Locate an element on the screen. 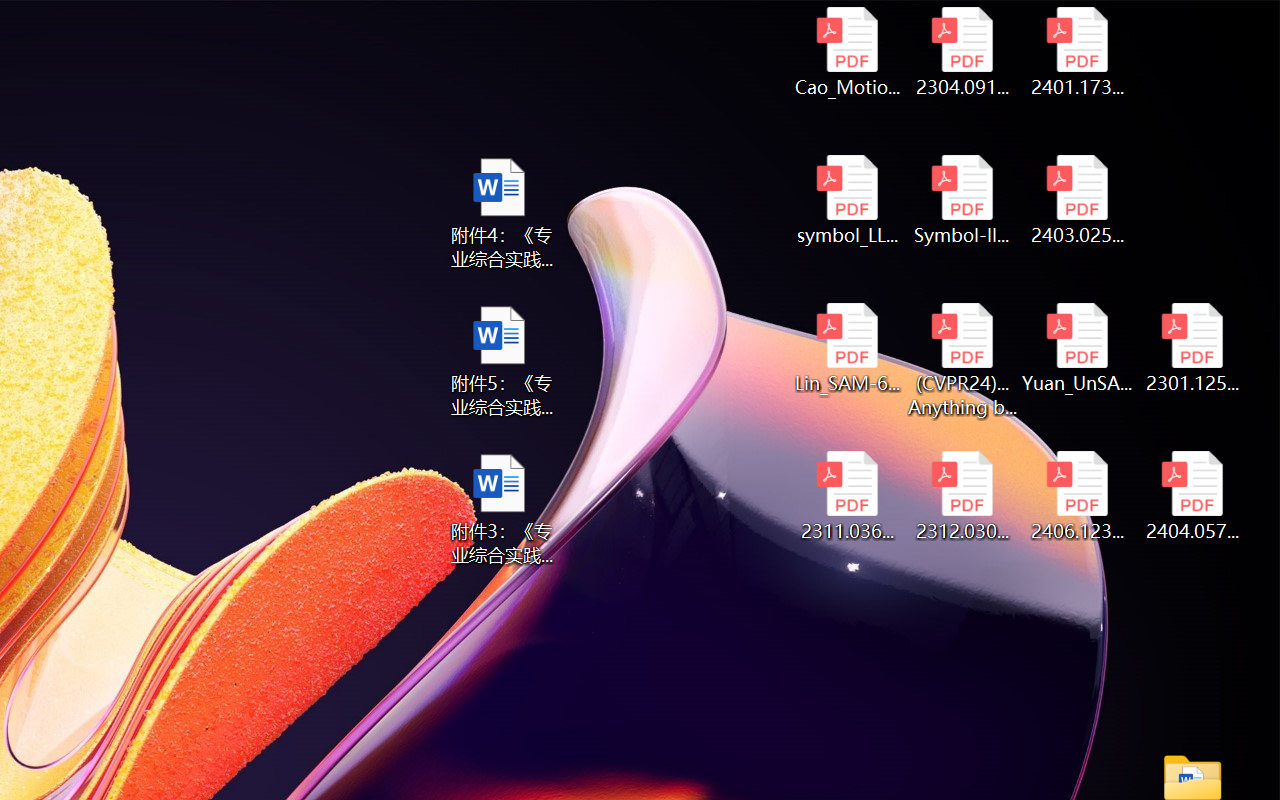 This screenshot has width=1280, height=800. 'symbol_LLM.pdf' is located at coordinates (847, 200).